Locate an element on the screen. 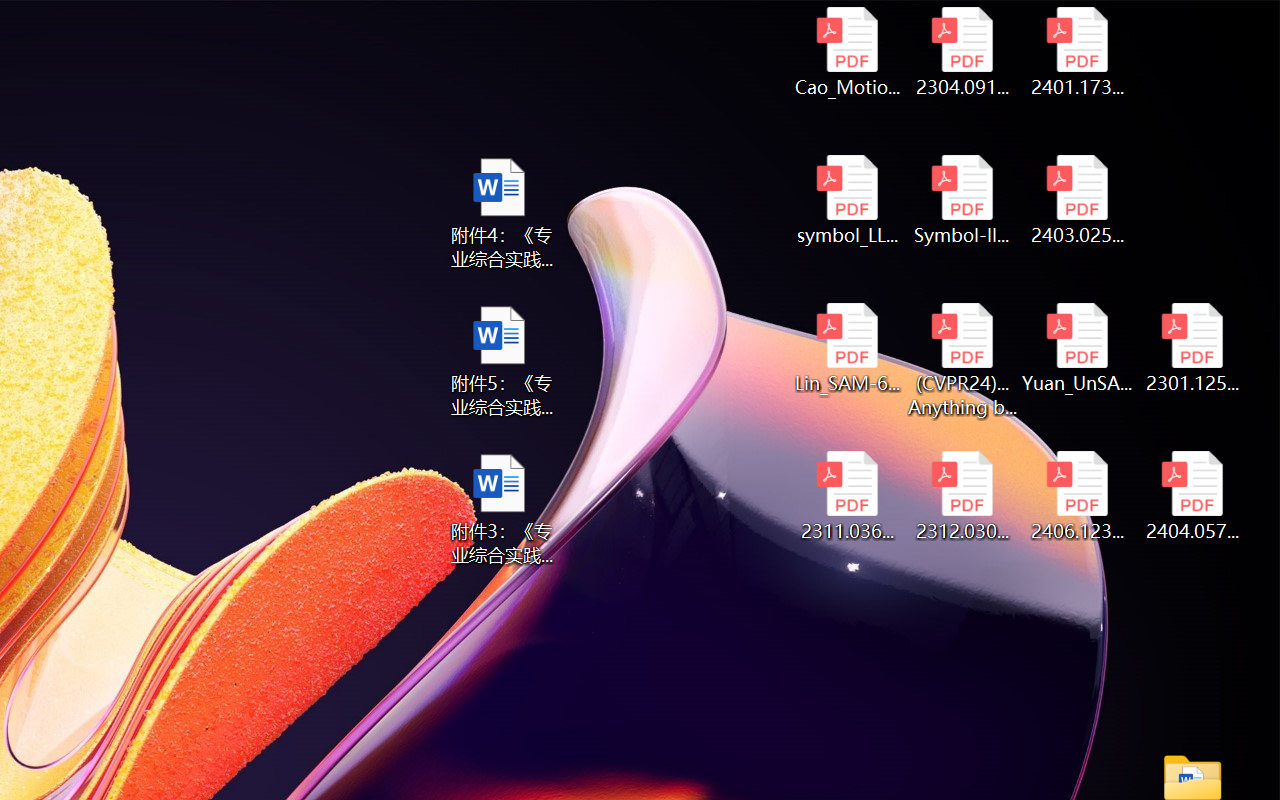 This screenshot has width=1280, height=800. 'symbol_LLM.pdf' is located at coordinates (847, 200).